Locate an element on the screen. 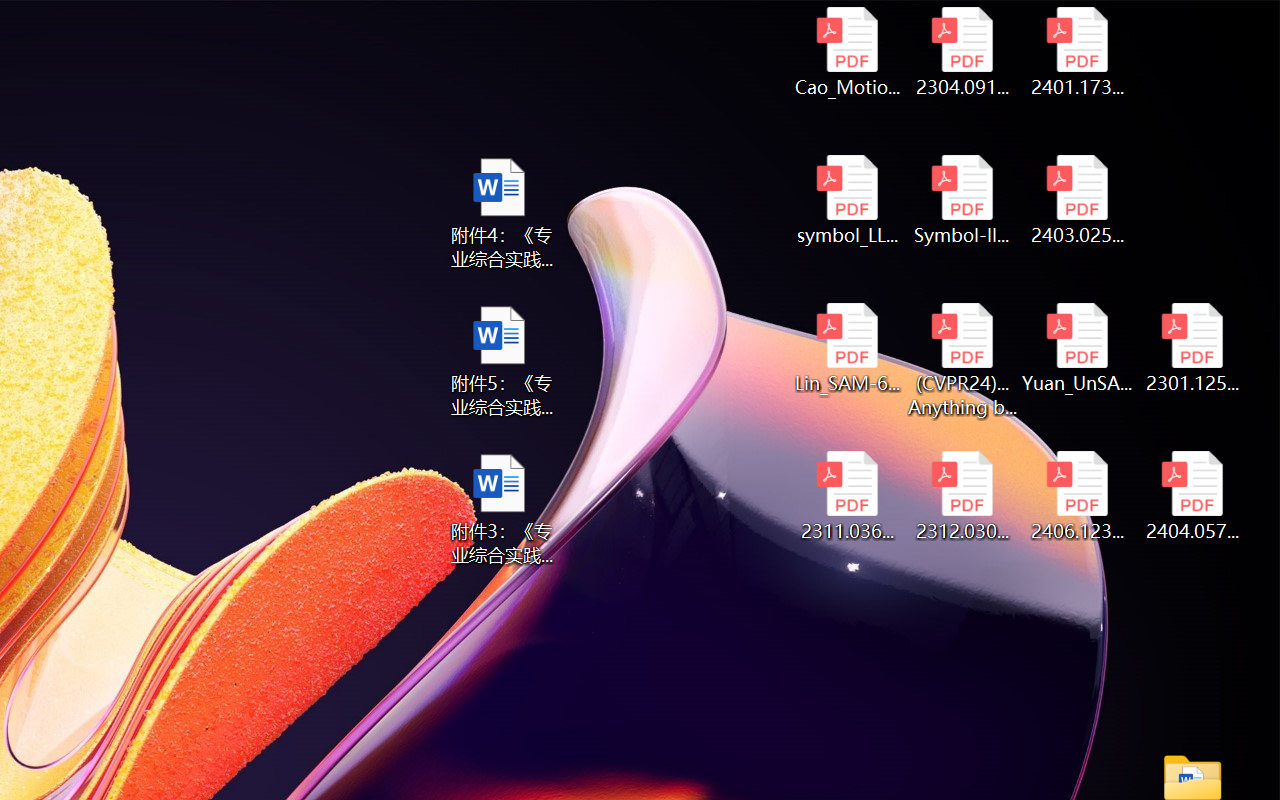 This screenshot has width=1280, height=800. 'symbol_LLM.pdf' is located at coordinates (847, 200).